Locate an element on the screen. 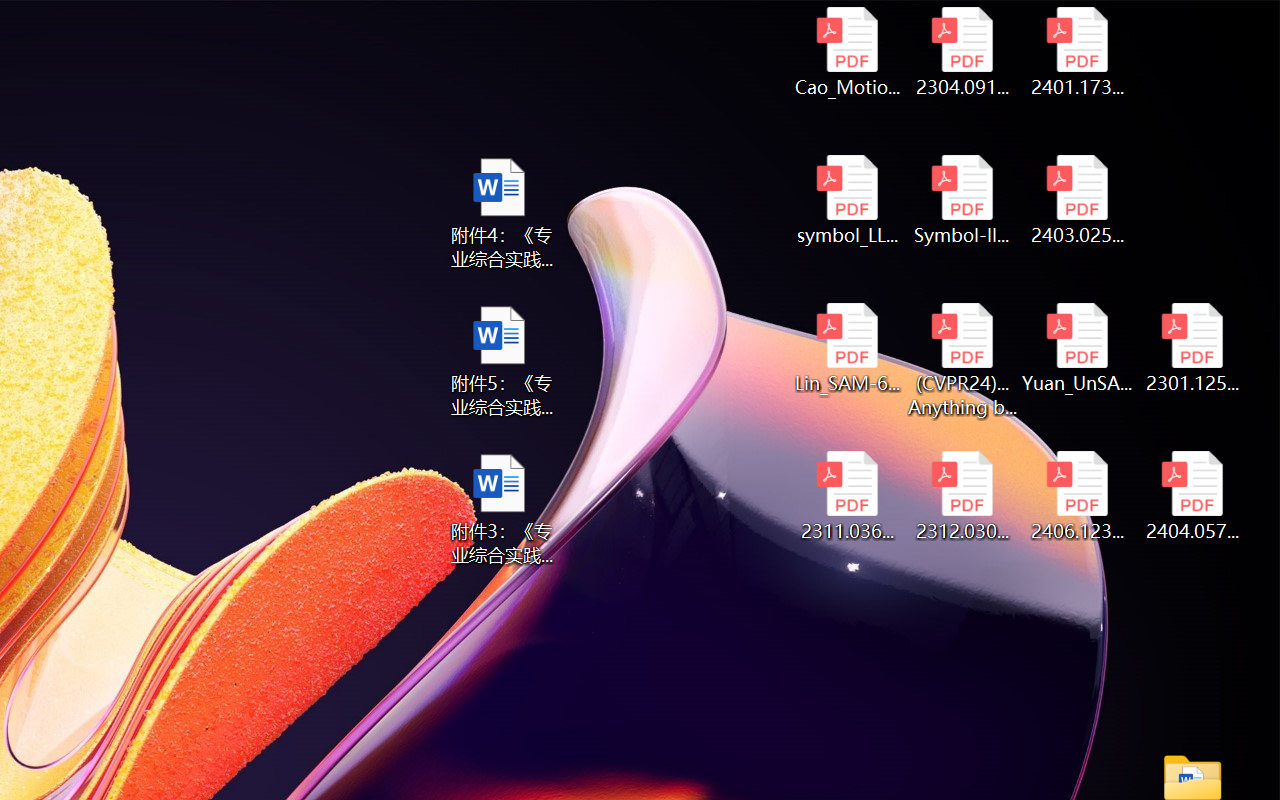 This screenshot has width=1280, height=800. 'symbol_LLM.pdf' is located at coordinates (847, 200).